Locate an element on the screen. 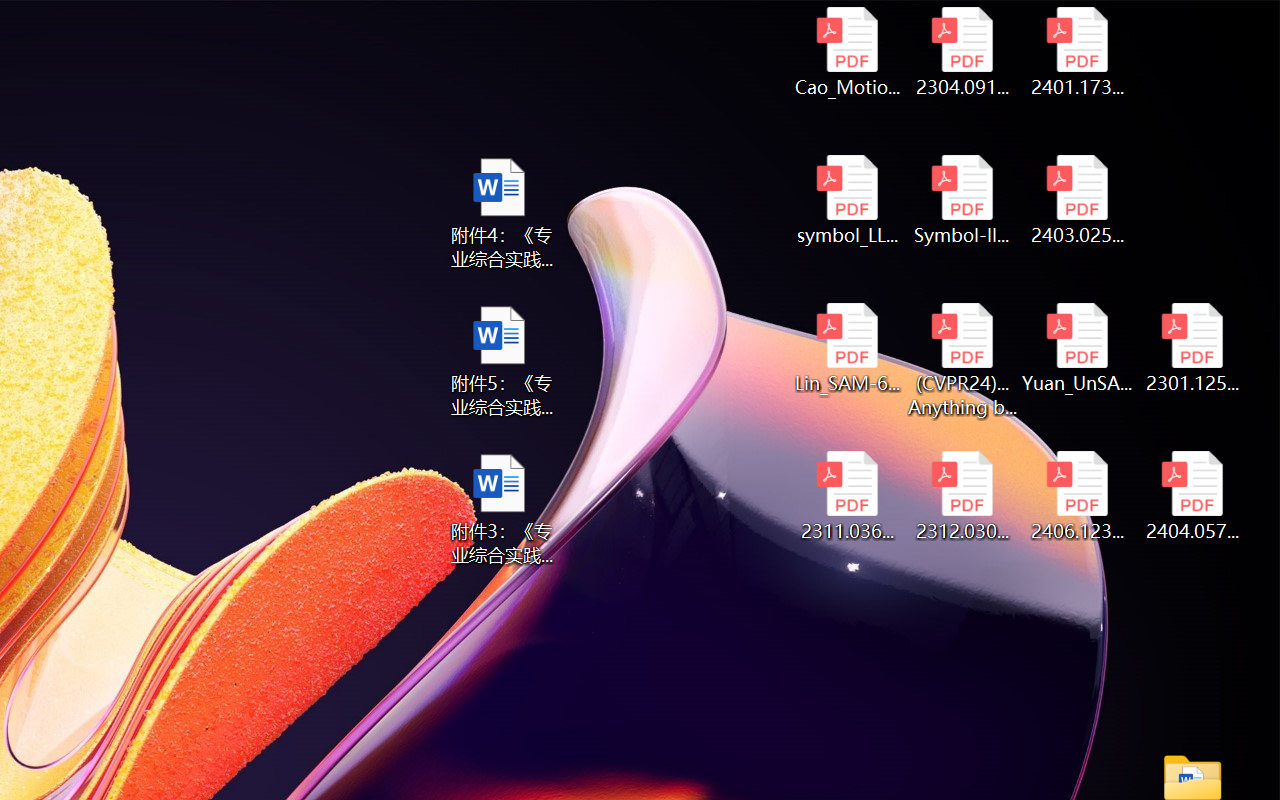 This screenshot has width=1280, height=800. 'symbol_LLM.pdf' is located at coordinates (847, 200).